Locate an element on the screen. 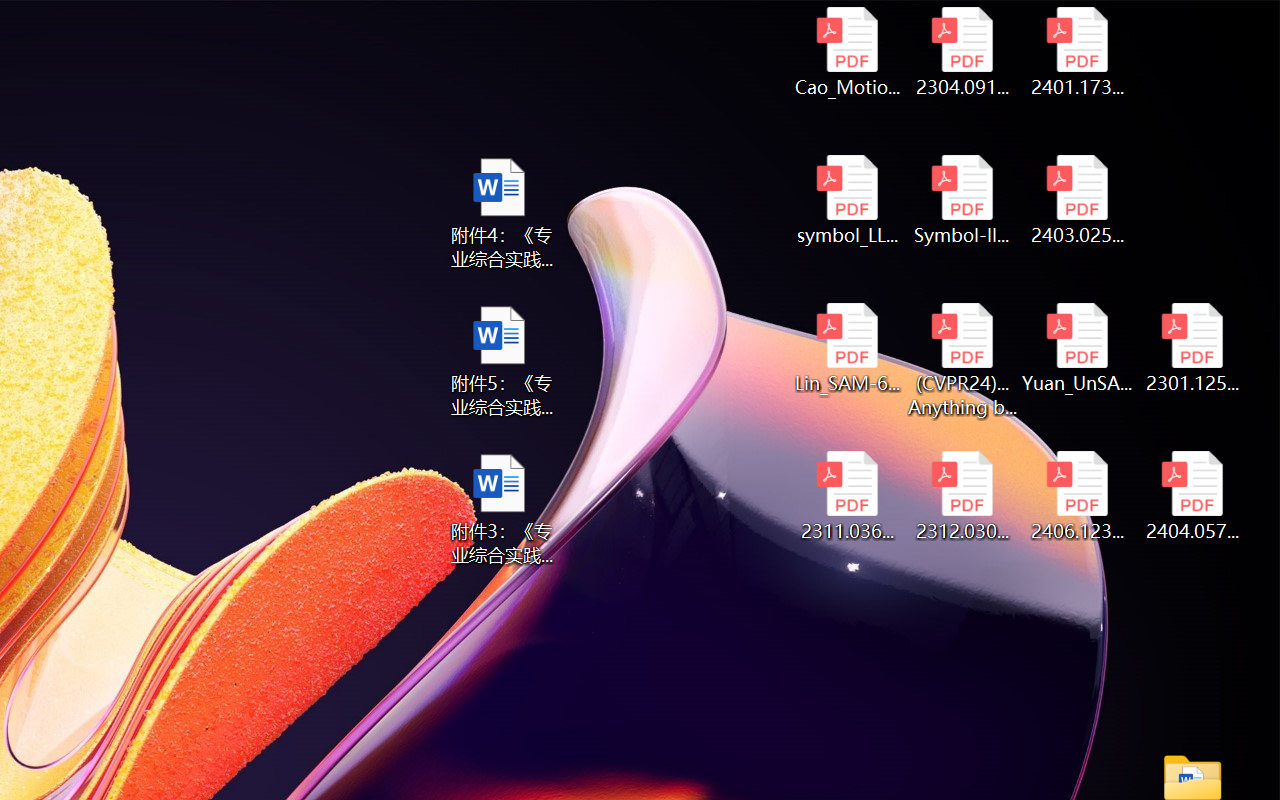 This screenshot has width=1280, height=800. 'symbol_LLM.pdf' is located at coordinates (847, 200).